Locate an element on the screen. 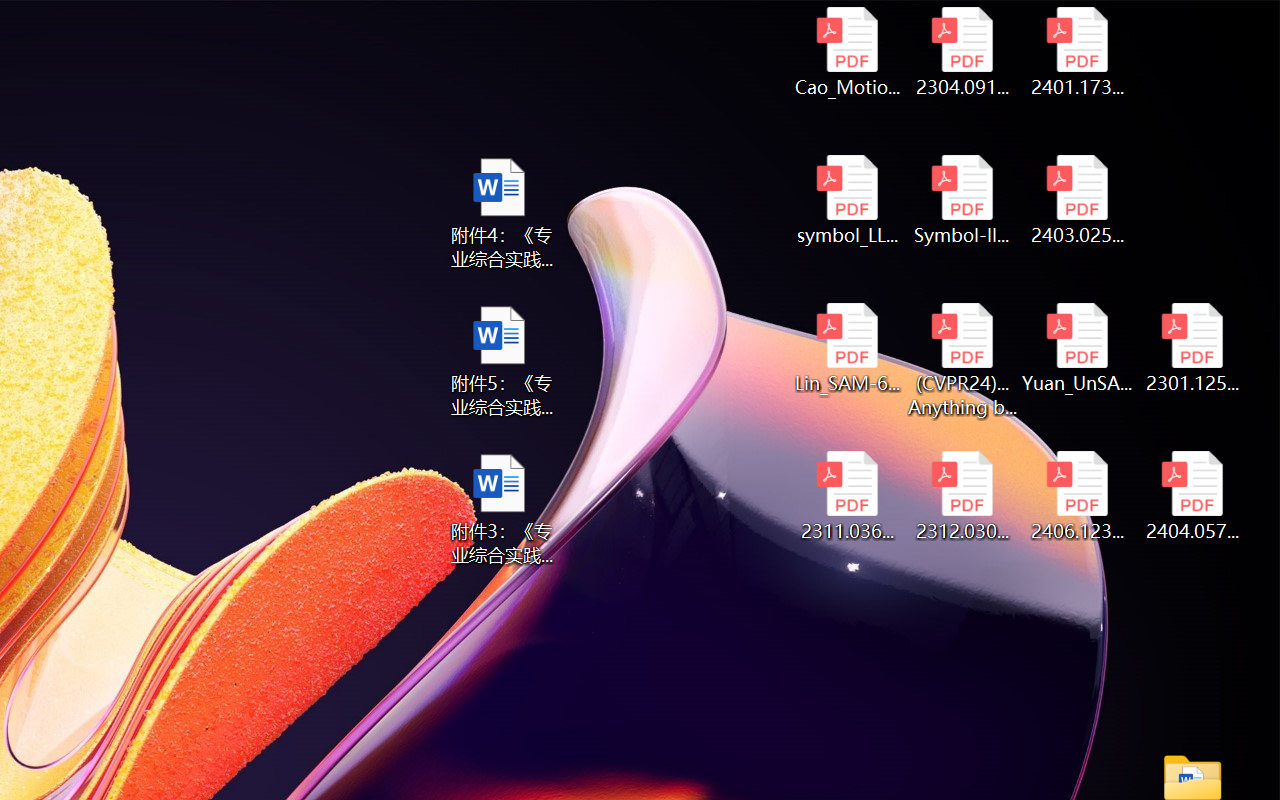 This screenshot has width=1280, height=800. 'symbol_LLM.pdf' is located at coordinates (847, 200).